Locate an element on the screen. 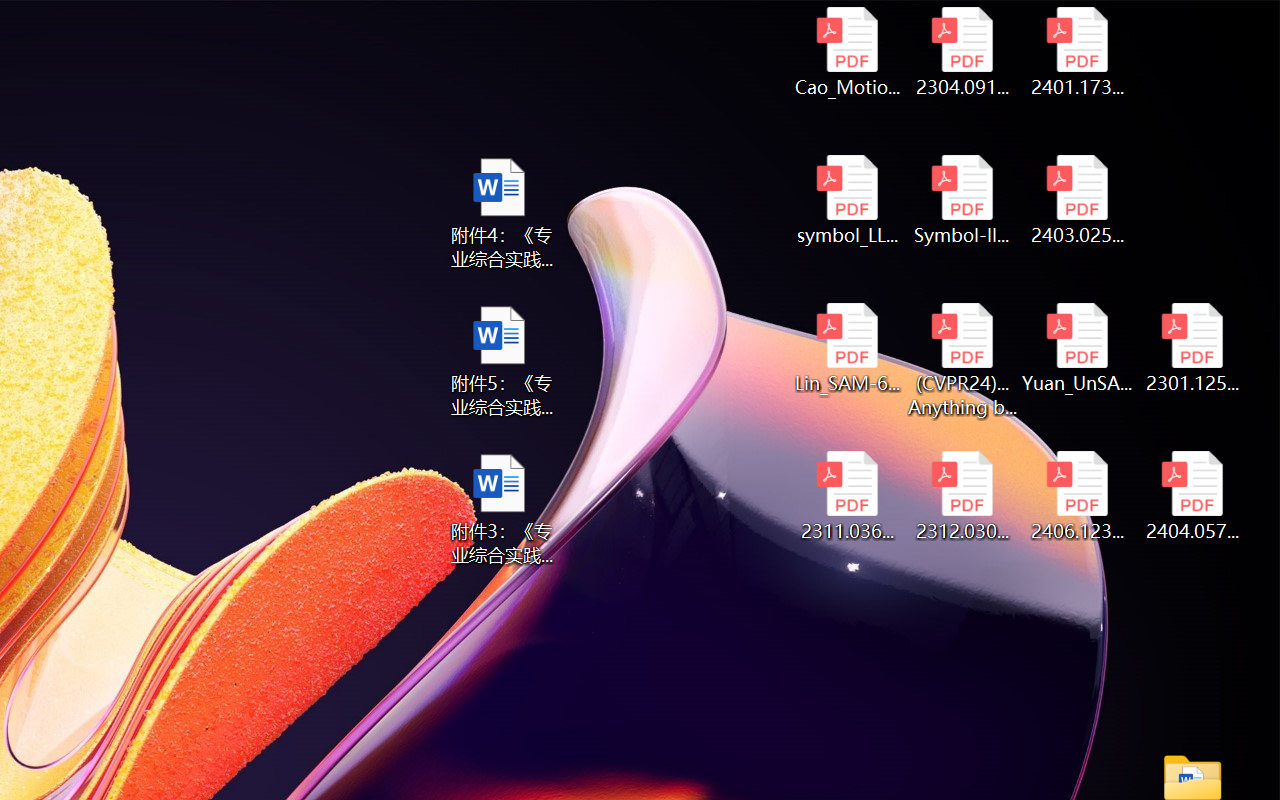 This screenshot has width=1280, height=800. 'symbol_LLM.pdf' is located at coordinates (847, 200).